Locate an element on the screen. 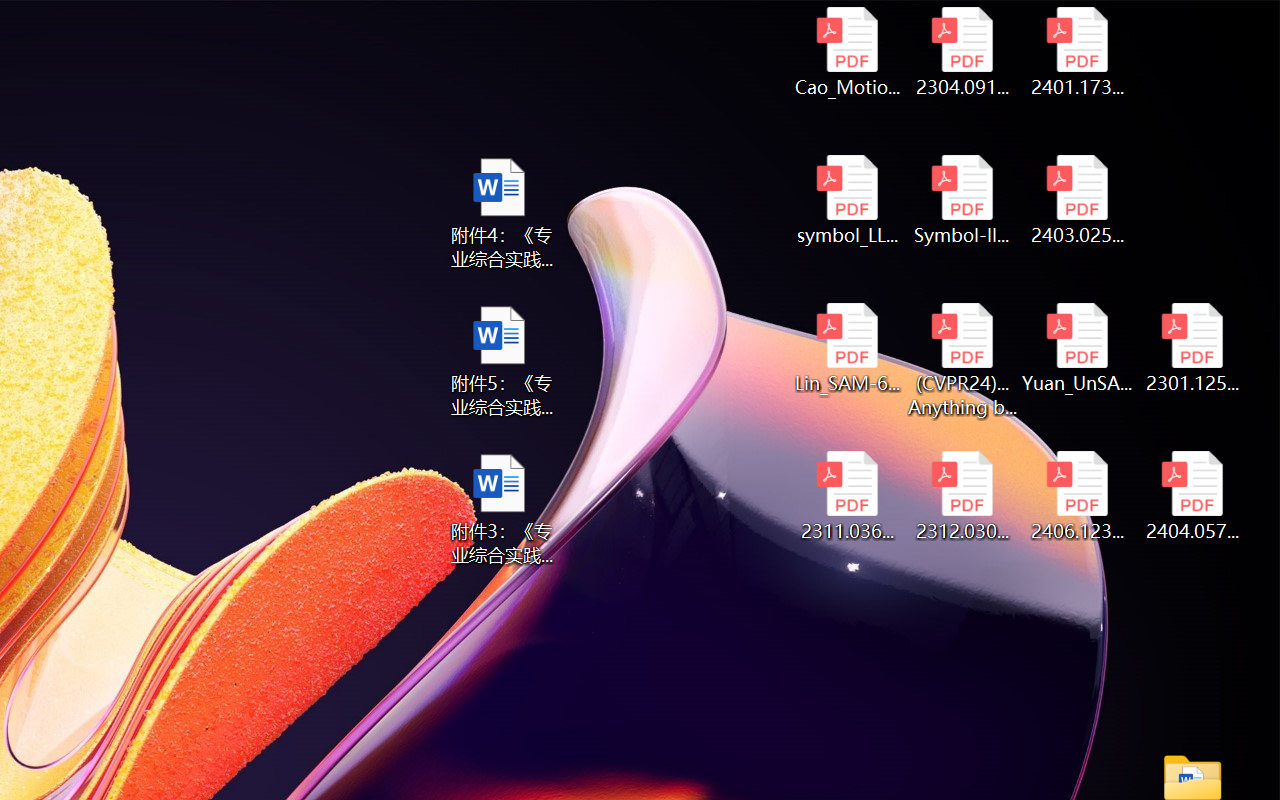 This screenshot has width=1280, height=800. 'symbol_LLM.pdf' is located at coordinates (847, 200).